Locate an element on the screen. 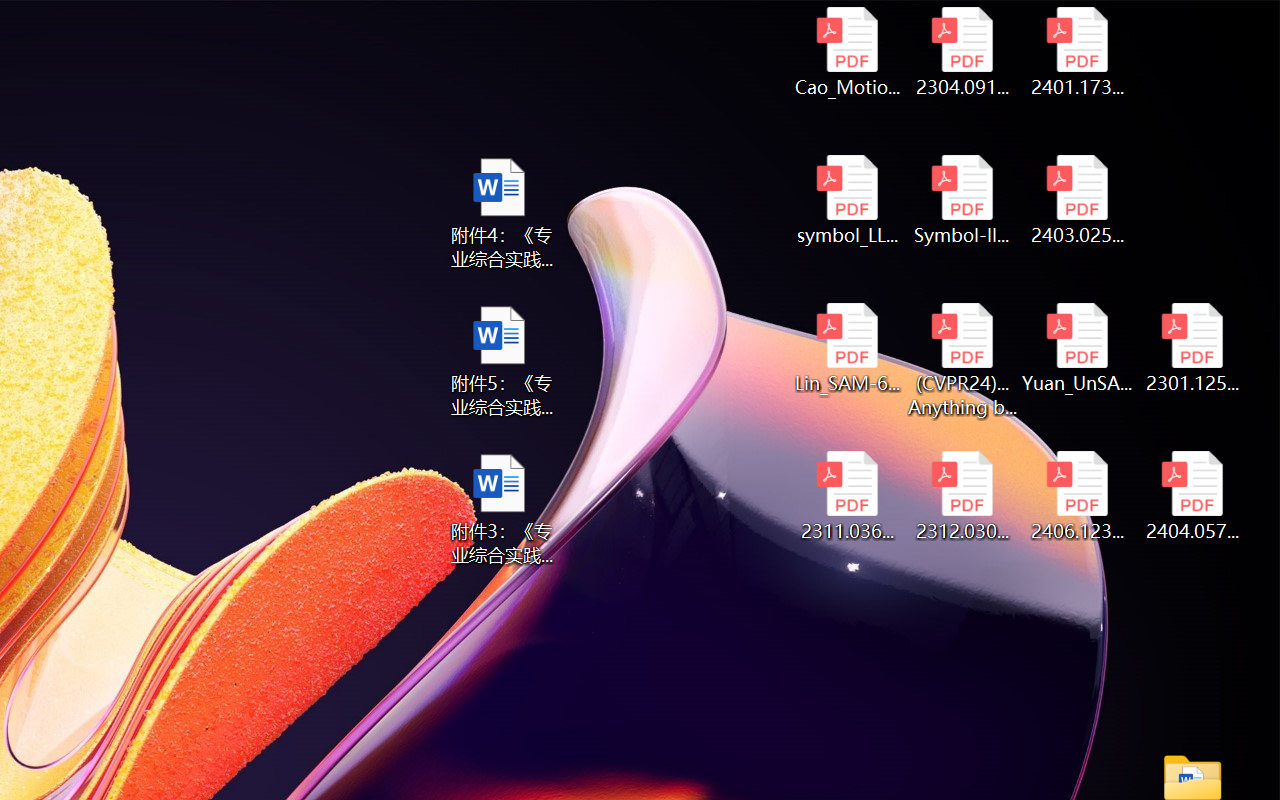 This screenshot has width=1280, height=800. 'symbol_LLM.pdf' is located at coordinates (847, 200).